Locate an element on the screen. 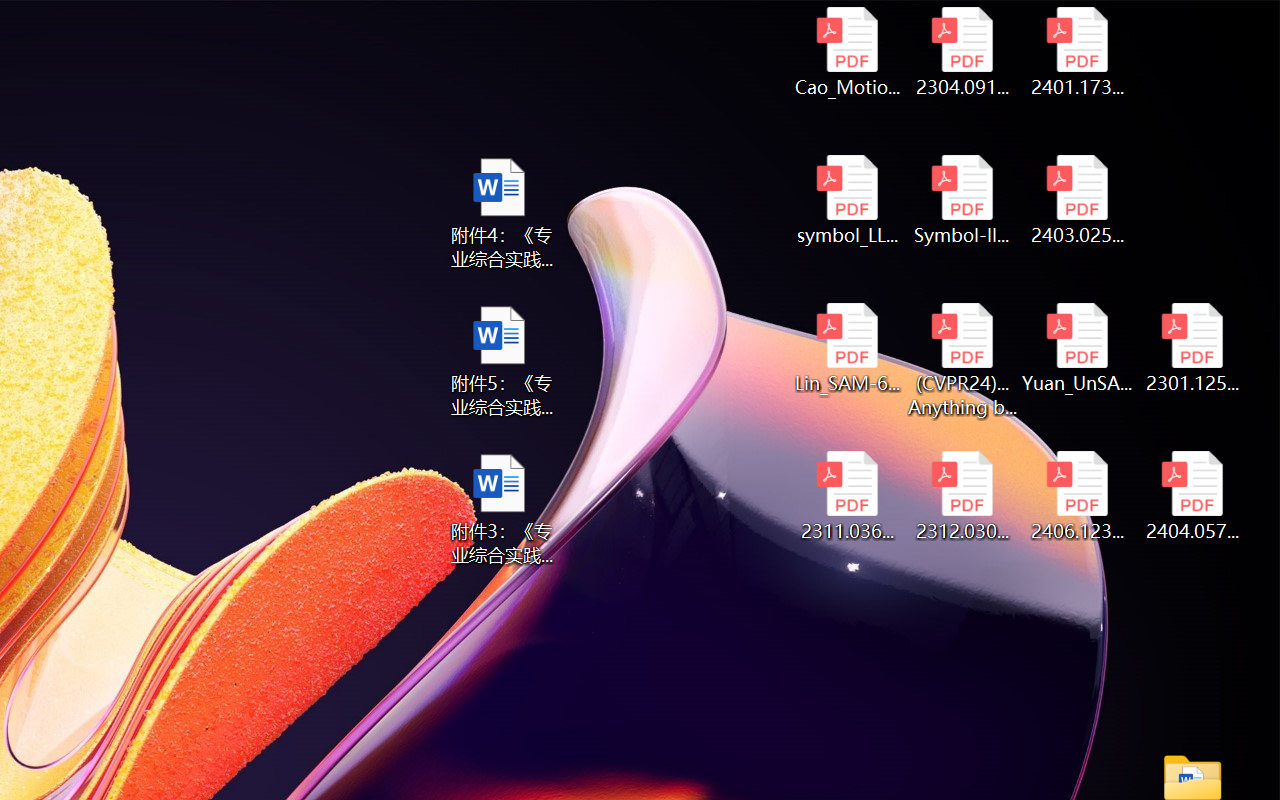 This screenshot has width=1280, height=800. 'symbol_LLM.pdf' is located at coordinates (847, 200).